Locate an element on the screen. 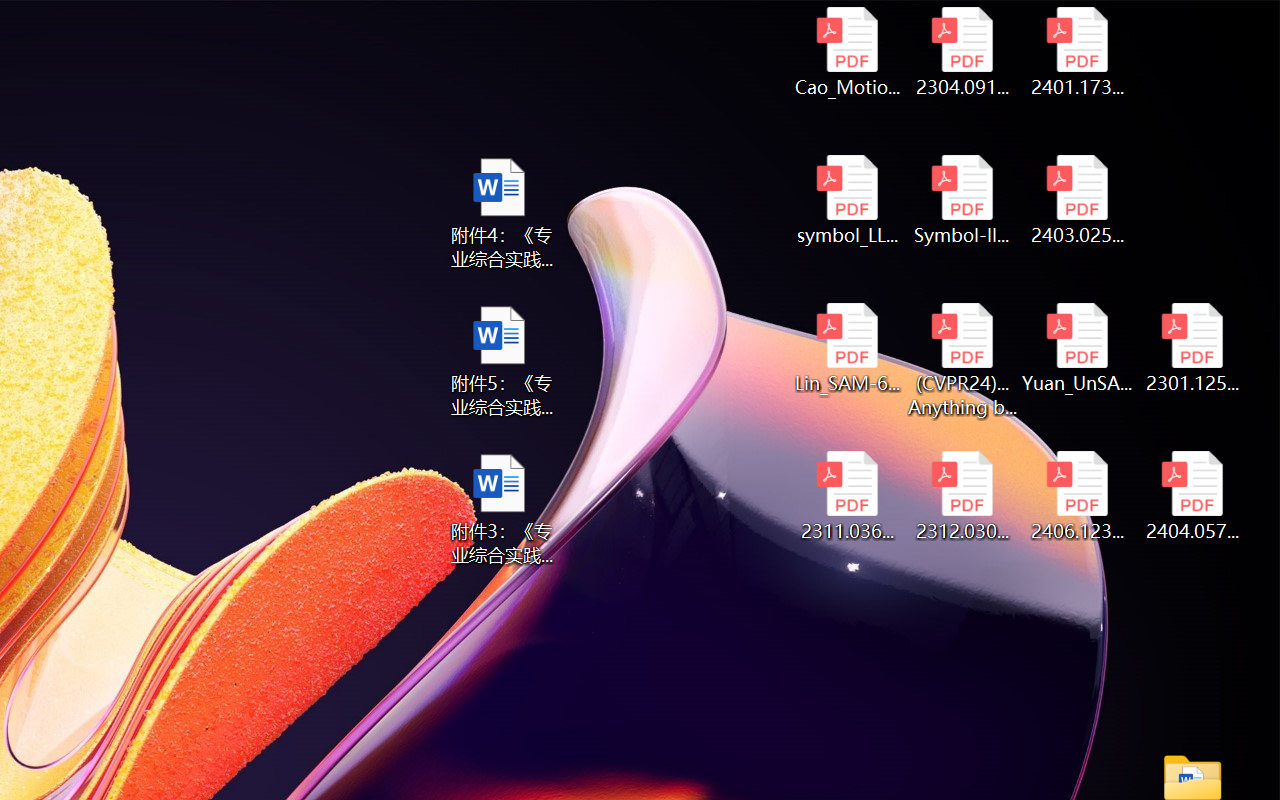 This screenshot has width=1280, height=800. 'symbol_LLM.pdf' is located at coordinates (847, 200).